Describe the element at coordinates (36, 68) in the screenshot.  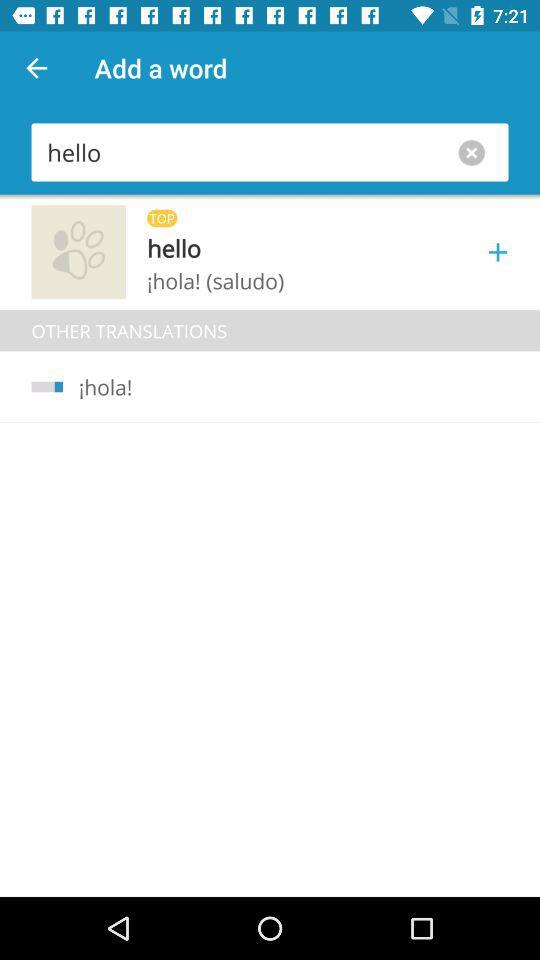
I see `icon next to the add a word app` at that location.